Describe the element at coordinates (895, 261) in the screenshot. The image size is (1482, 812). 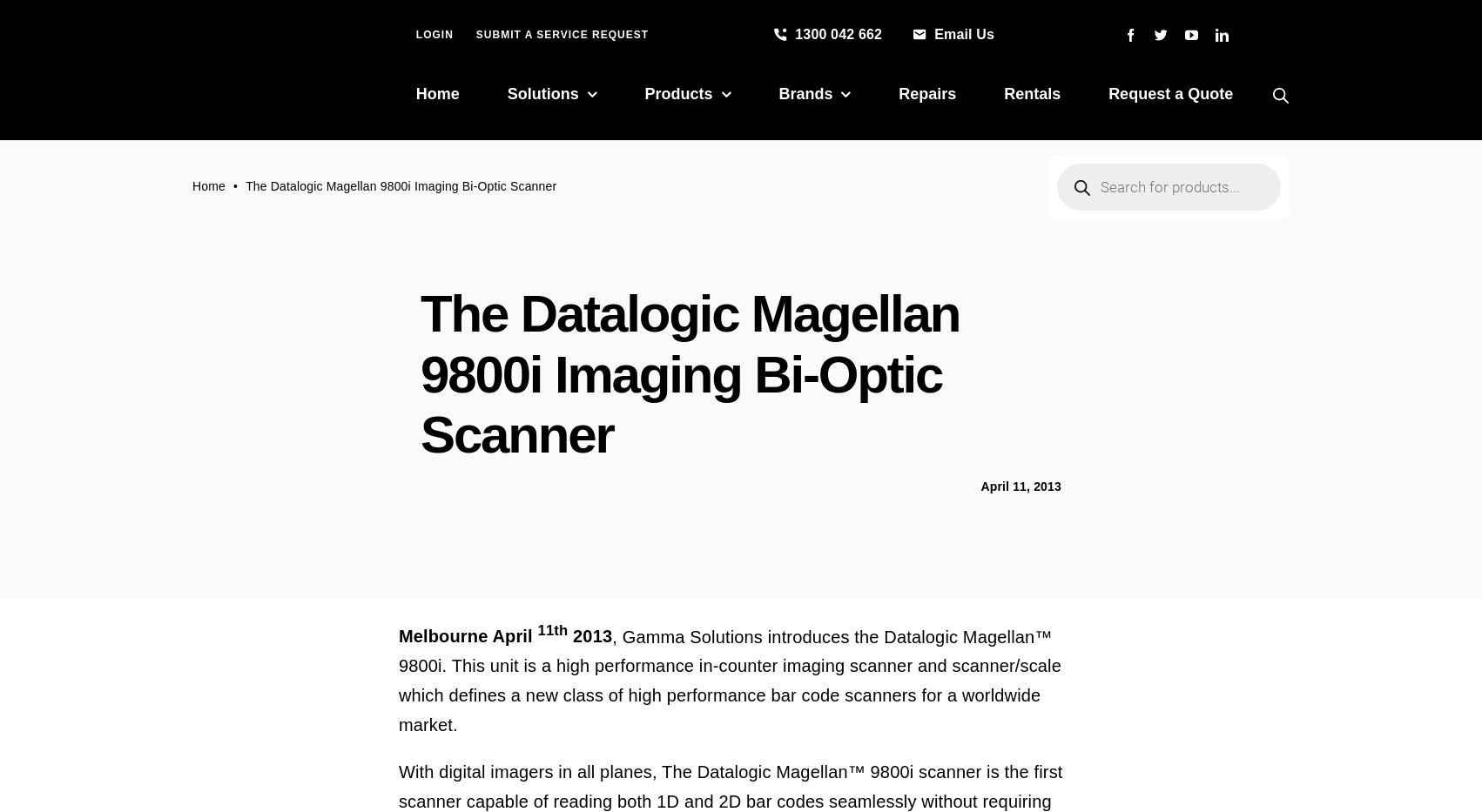
I see `'Heavy Duty Mobile Computers'` at that location.